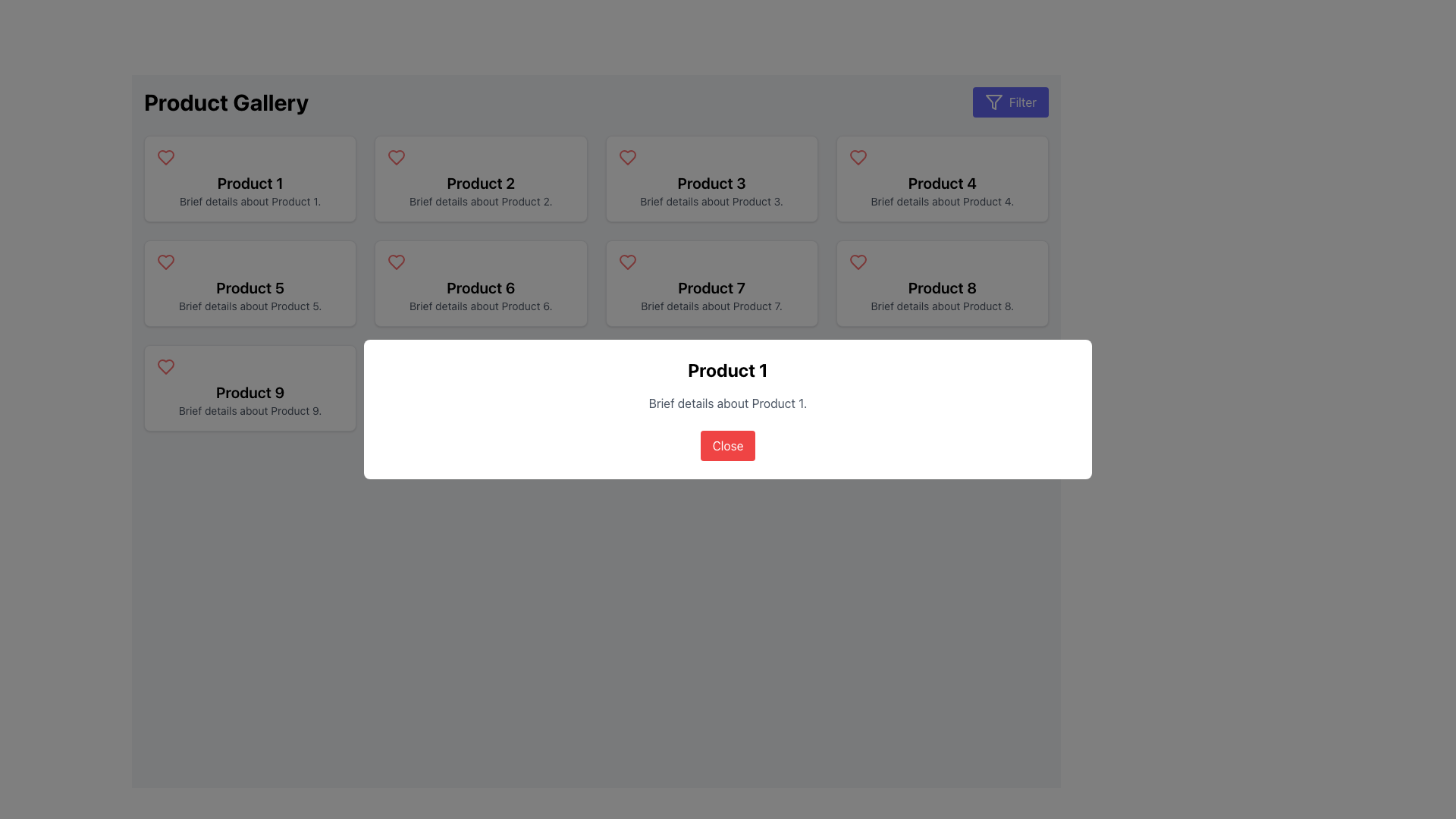 The image size is (1456, 819). I want to click on the heart-shaped icon button filled with red color located in the top-right corner of the 'Product 4' card, so click(858, 158).